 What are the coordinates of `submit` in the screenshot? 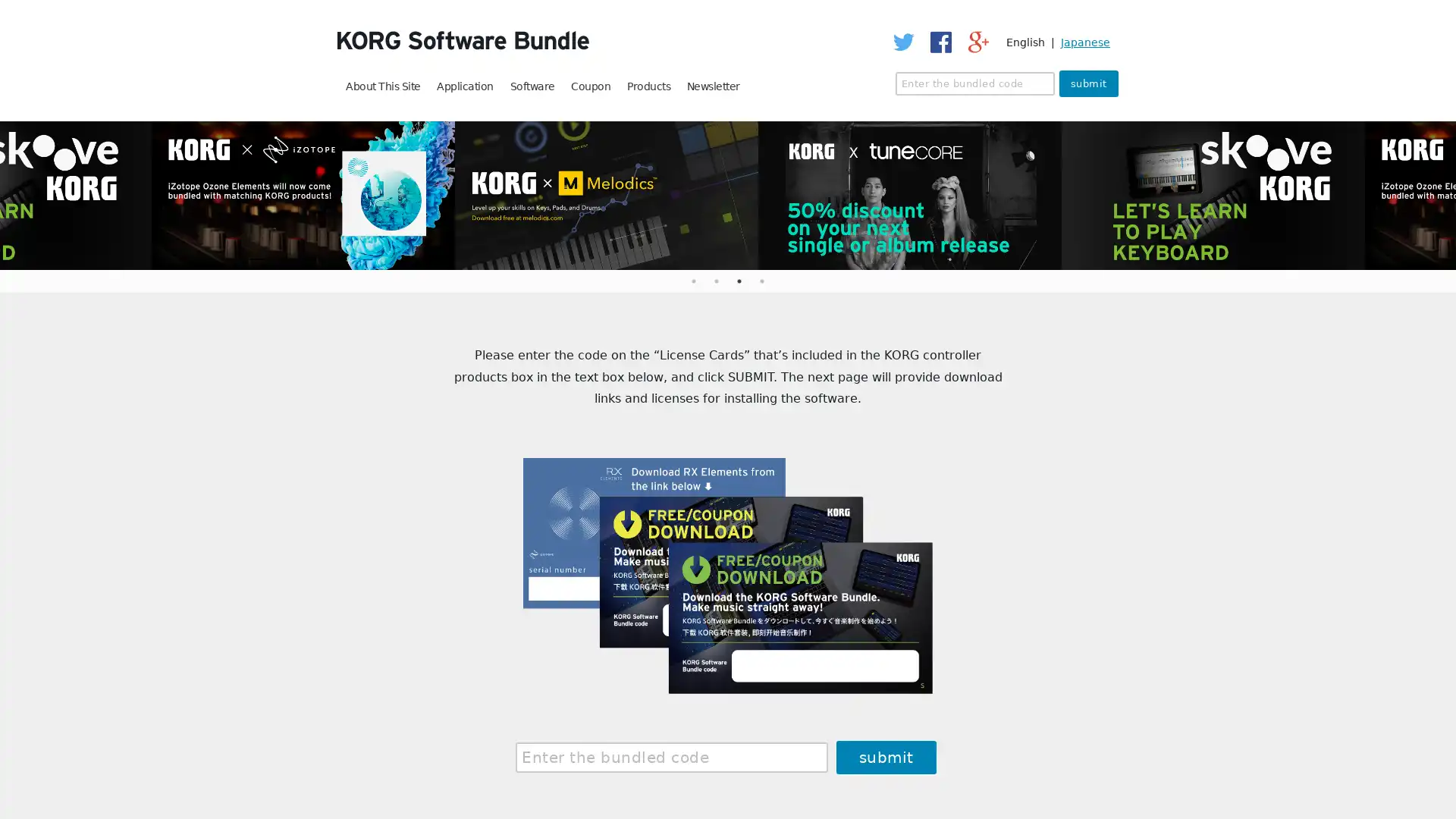 It's located at (1087, 83).